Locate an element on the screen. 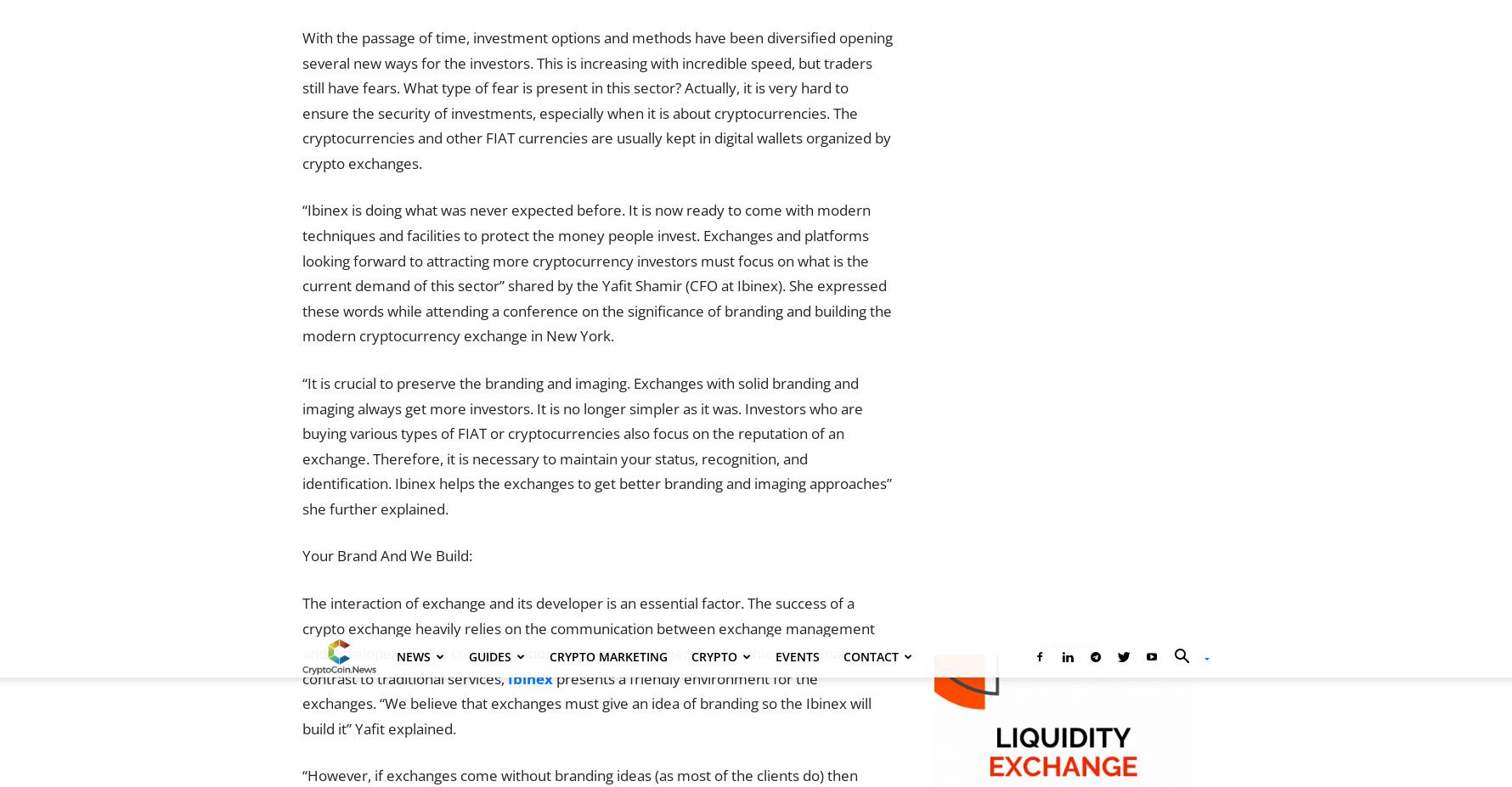  'ICONOMI Announces Major Upgrades And Partnership With Elliptic For Enhanced Trading And Compliance' is located at coordinates (592, 679).